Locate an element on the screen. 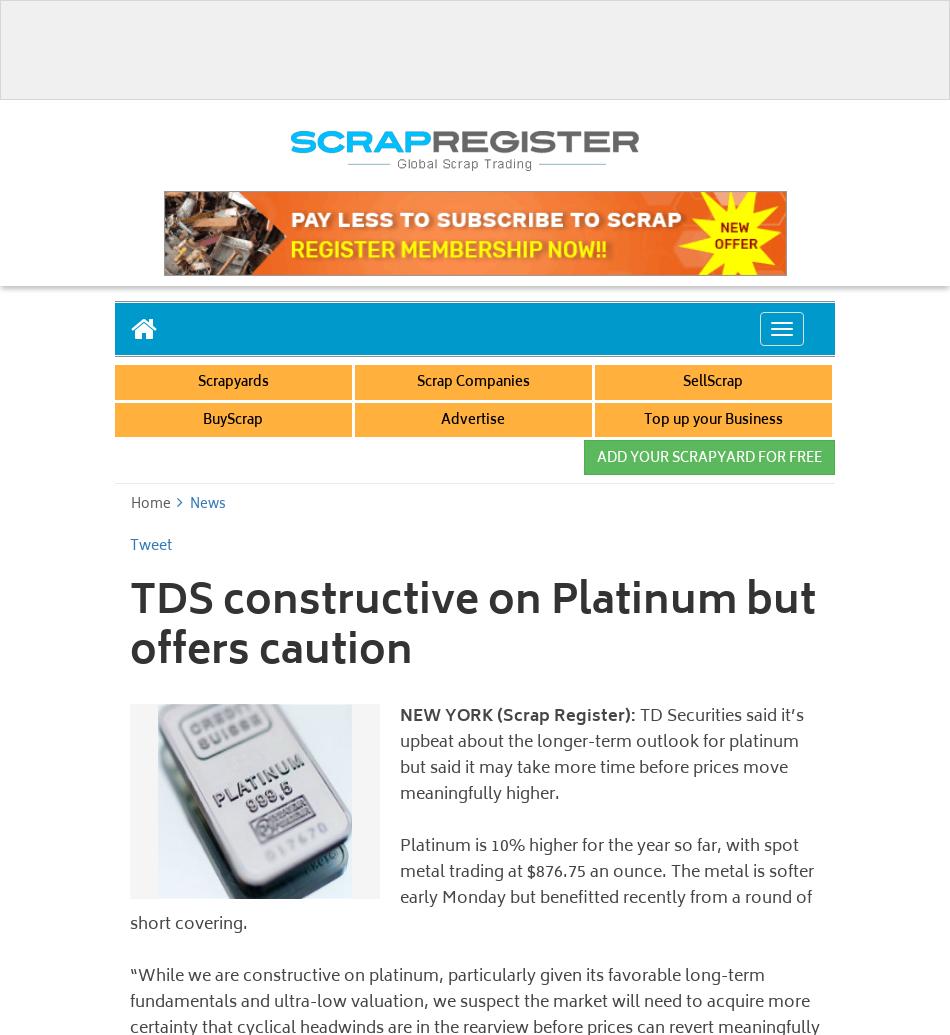 Image resolution: width=950 pixels, height=1035 pixels. 'Scrapyards' is located at coordinates (232, 383).